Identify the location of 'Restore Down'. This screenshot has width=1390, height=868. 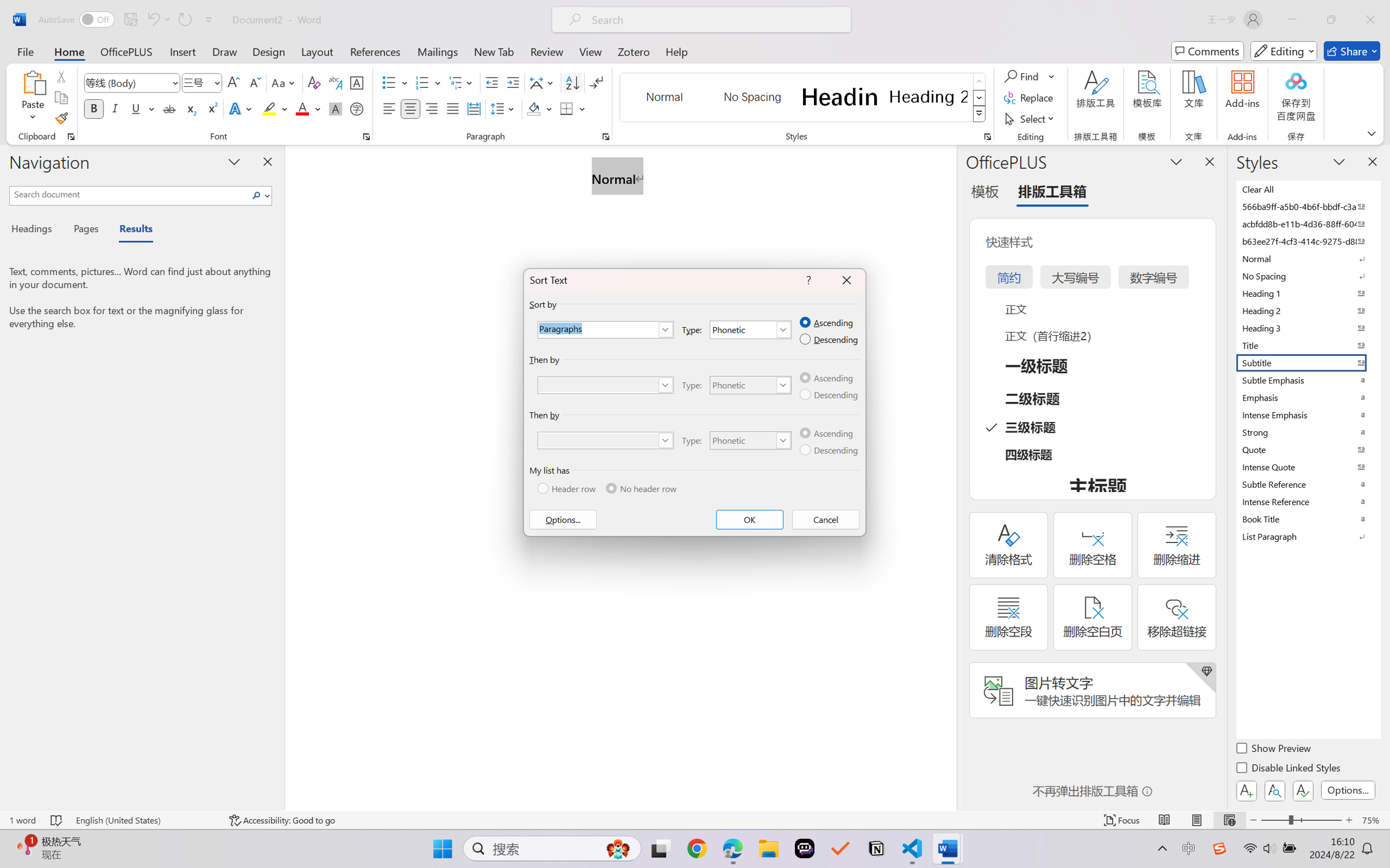
(1331, 19).